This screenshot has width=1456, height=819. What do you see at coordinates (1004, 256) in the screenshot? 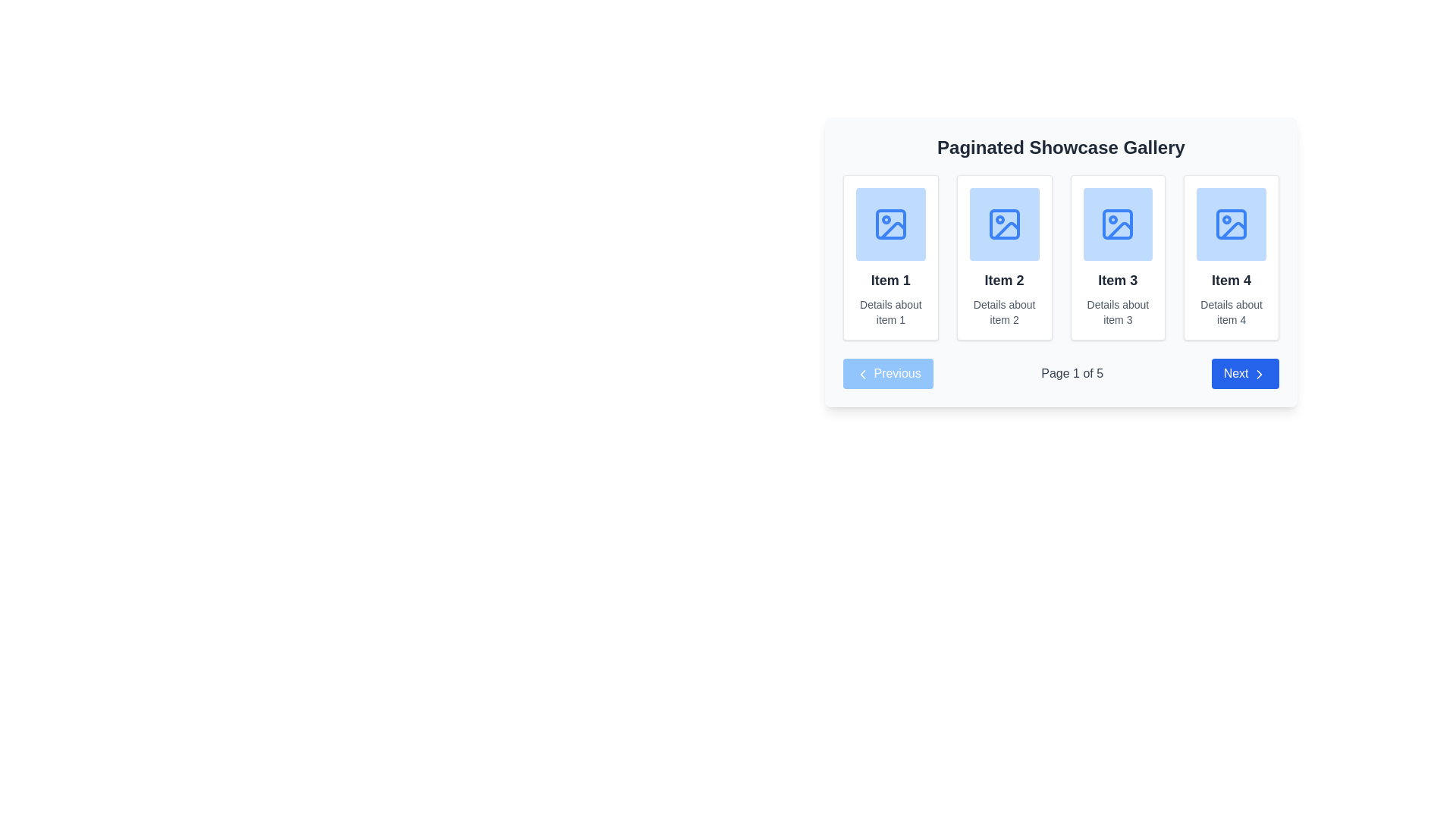
I see `to select the second card in the showcase displaying an item with a title, description, and icon, located between the cards titled 'Item 1' and 'Item 3'` at bounding box center [1004, 256].